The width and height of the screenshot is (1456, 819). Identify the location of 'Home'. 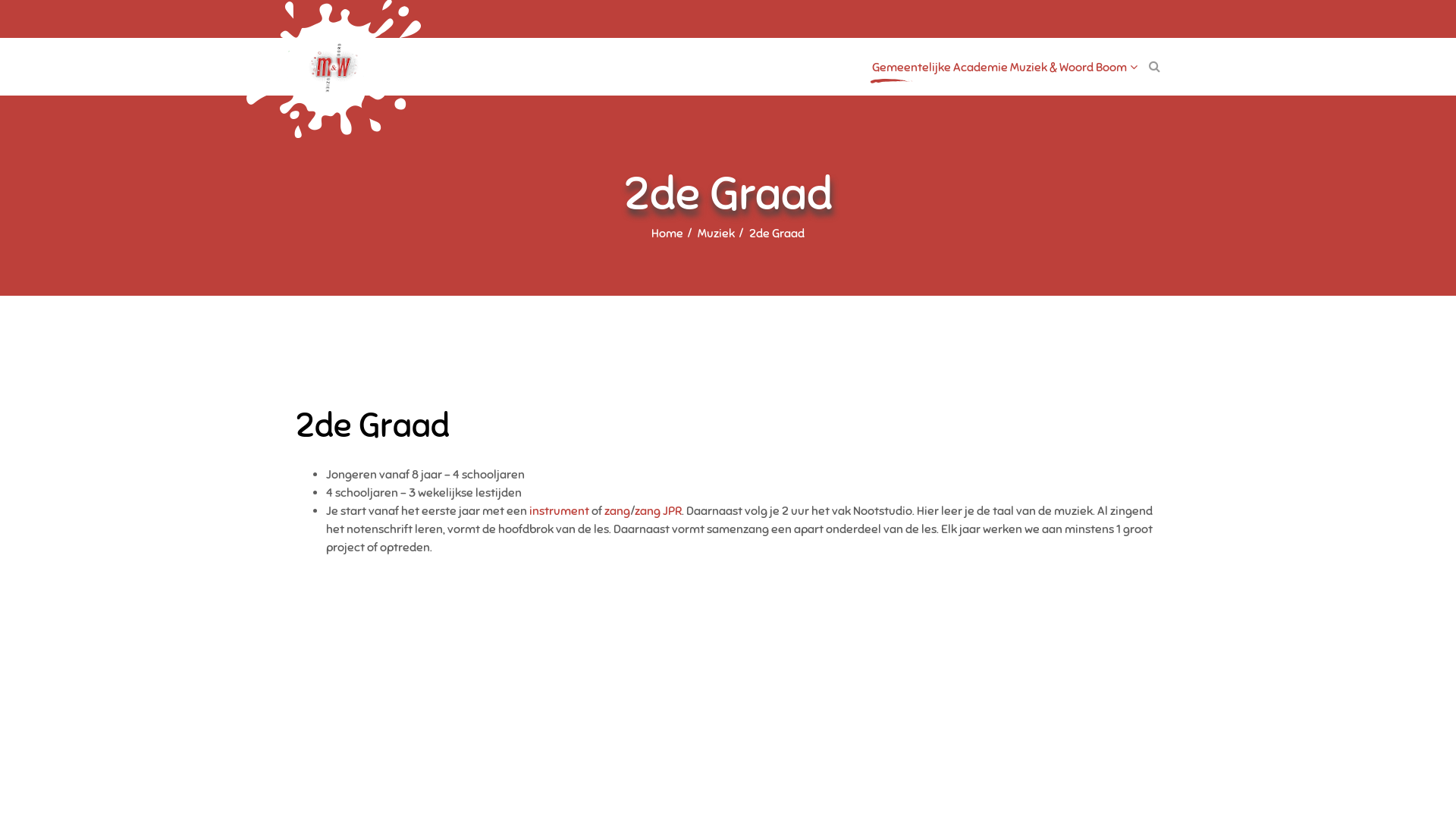
(667, 234).